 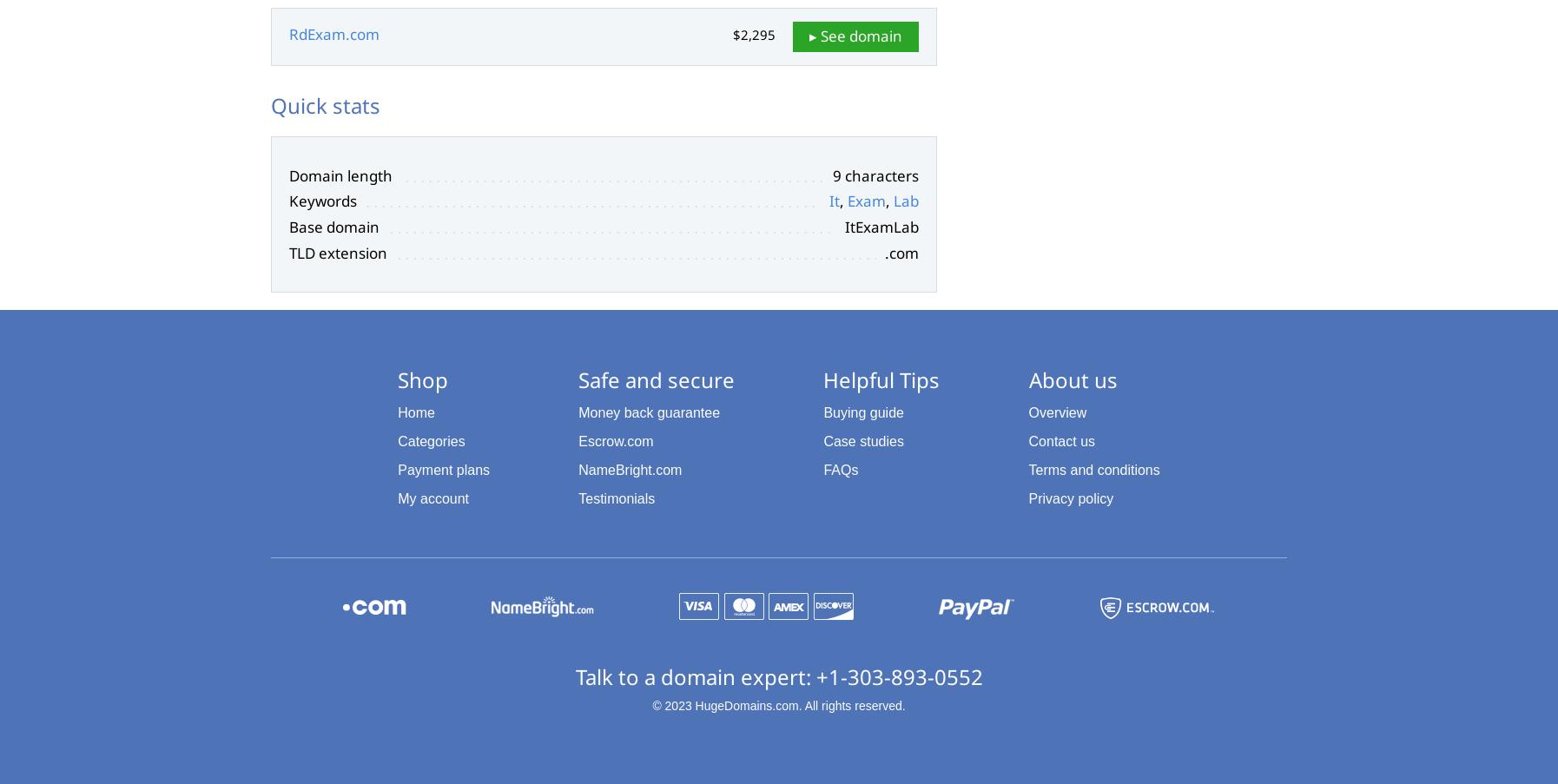 I want to click on 'Terms and conditions', so click(x=1027, y=468).